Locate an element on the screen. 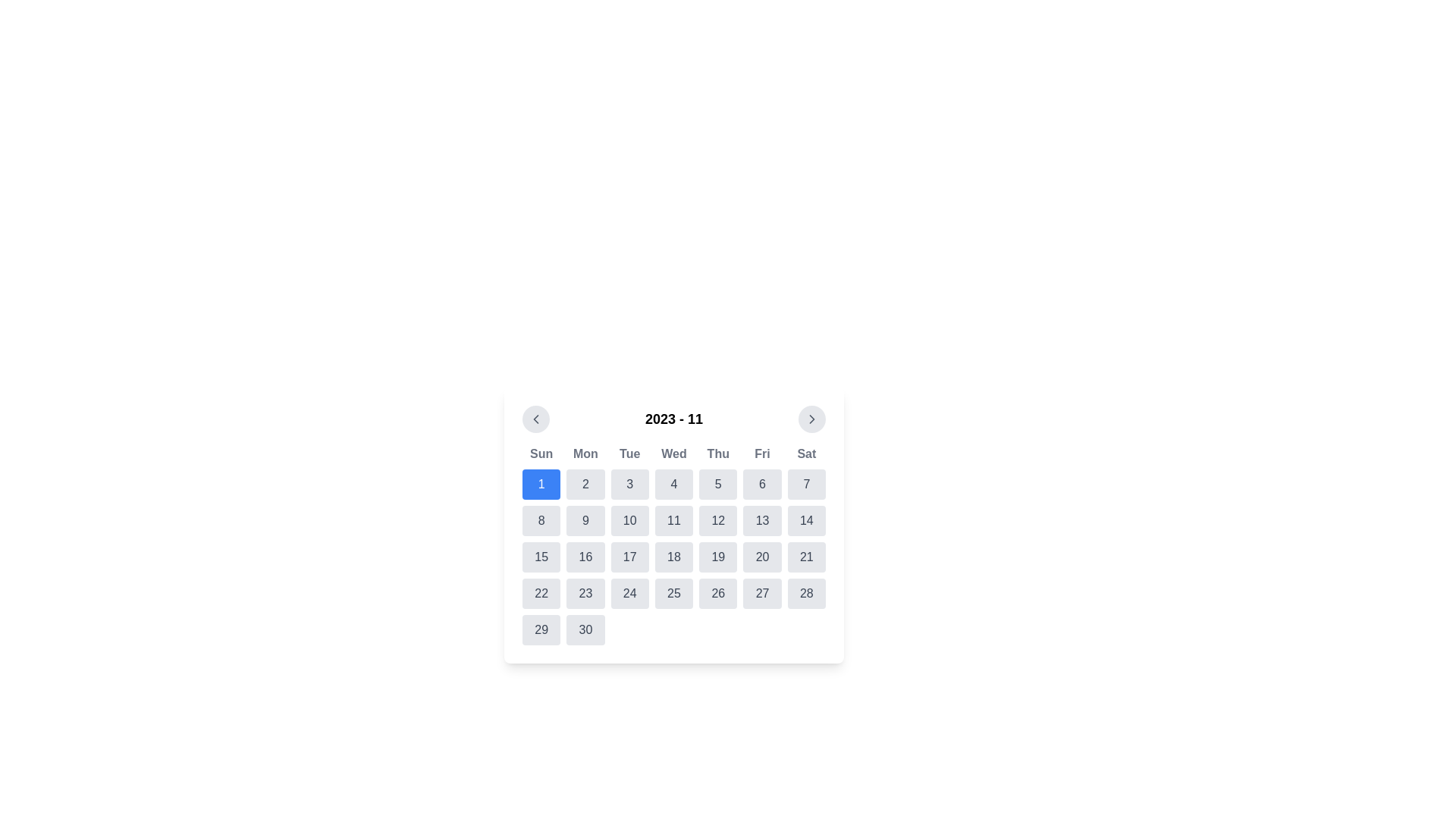  the 'Sunday' text label, which is the first column label in the calendar grid located at the top of the calendar view is located at coordinates (541, 453).